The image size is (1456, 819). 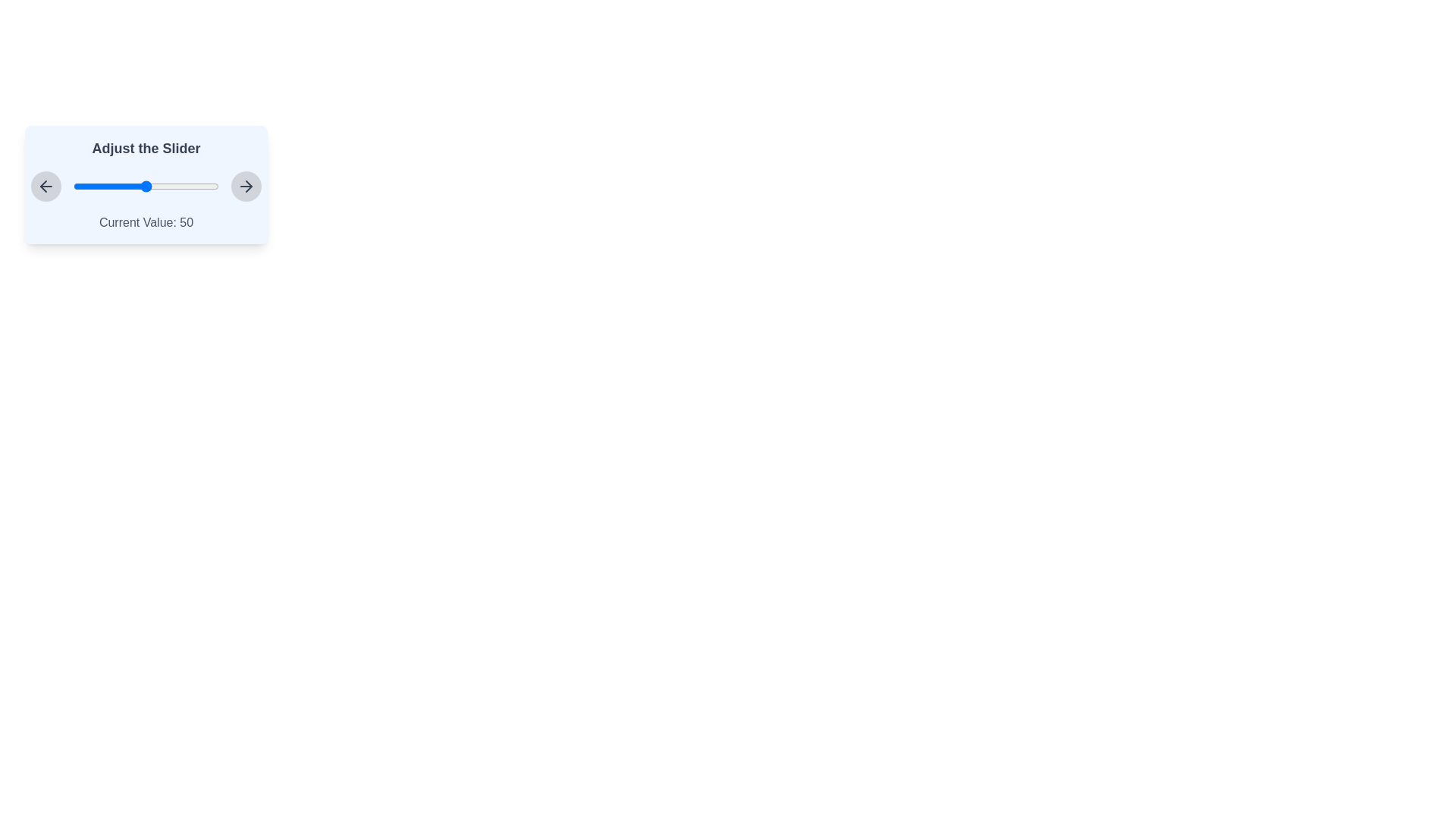 I want to click on the slider, so click(x=123, y=186).